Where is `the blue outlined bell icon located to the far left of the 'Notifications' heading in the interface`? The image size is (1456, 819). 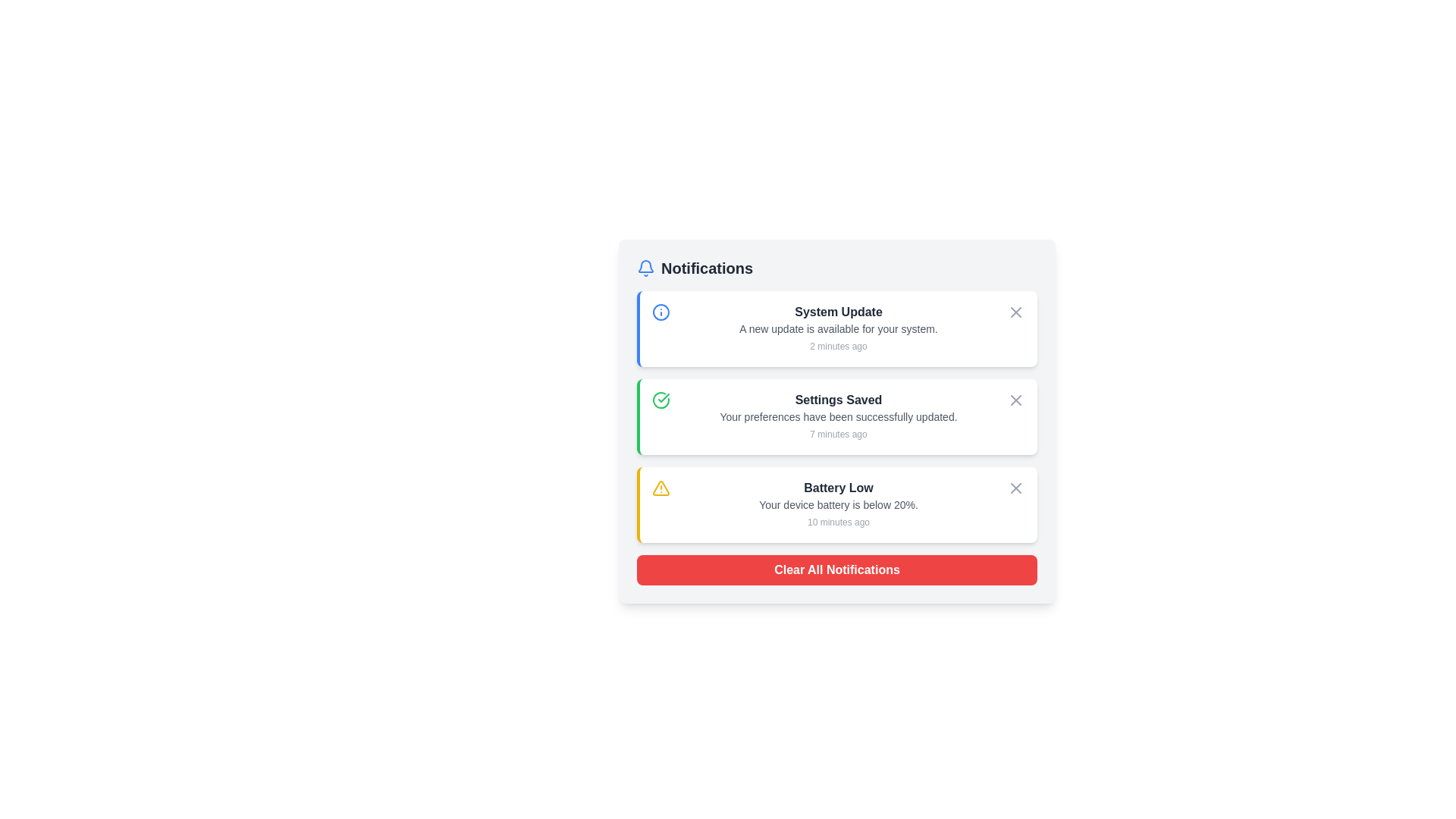 the blue outlined bell icon located to the far left of the 'Notifications' heading in the interface is located at coordinates (645, 268).